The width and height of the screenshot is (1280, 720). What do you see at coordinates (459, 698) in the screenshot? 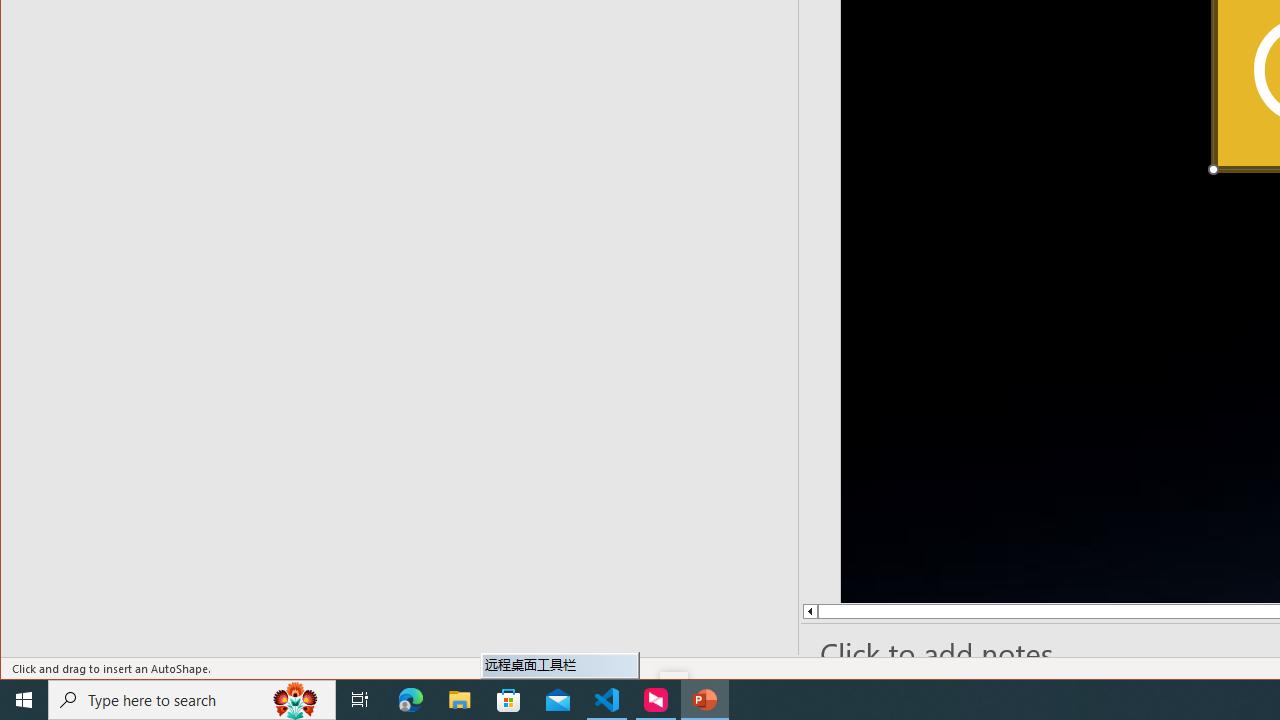
I see `'File Explorer'` at bounding box center [459, 698].